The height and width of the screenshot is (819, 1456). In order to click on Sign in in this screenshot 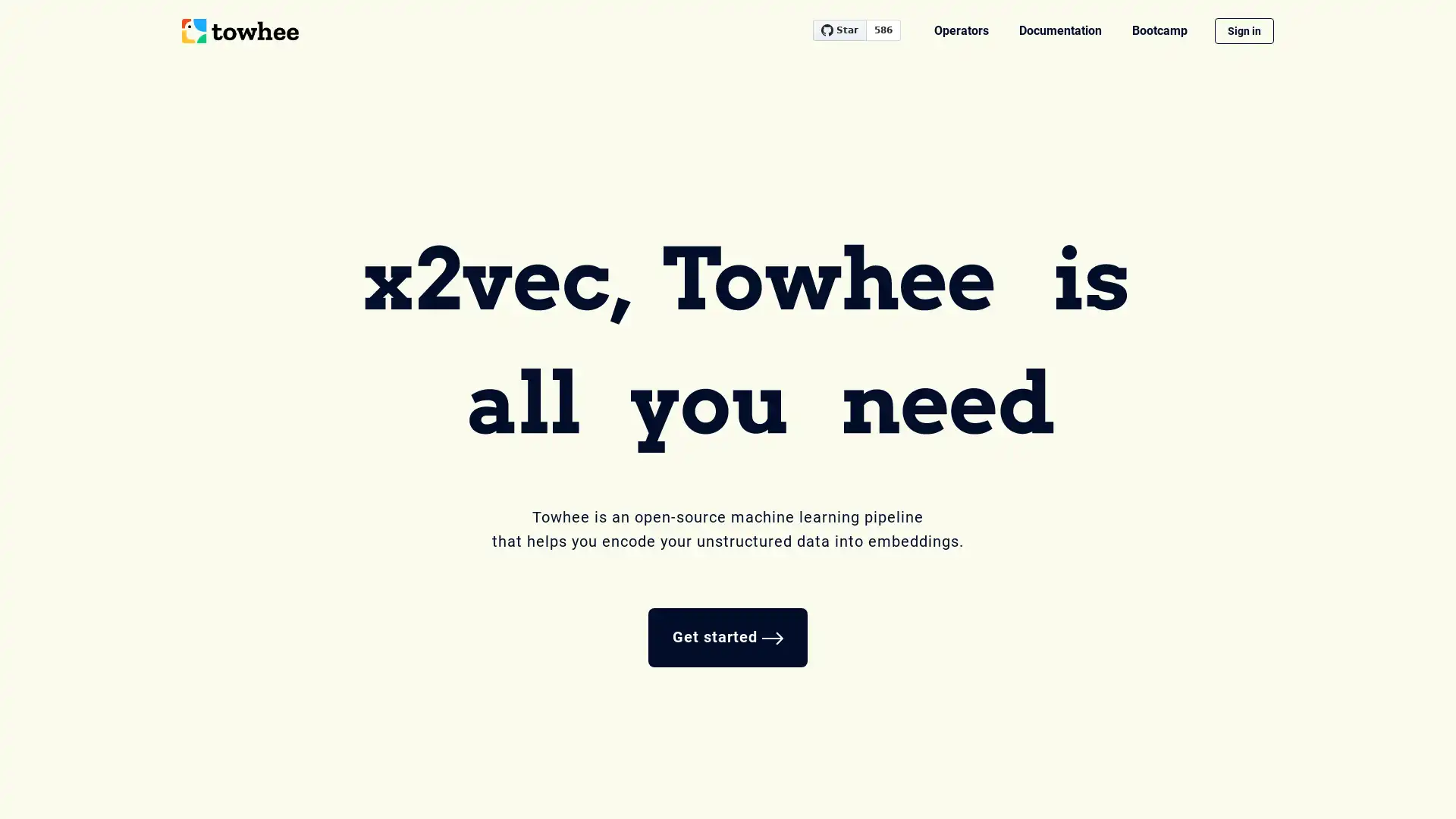, I will do `click(1244, 31)`.